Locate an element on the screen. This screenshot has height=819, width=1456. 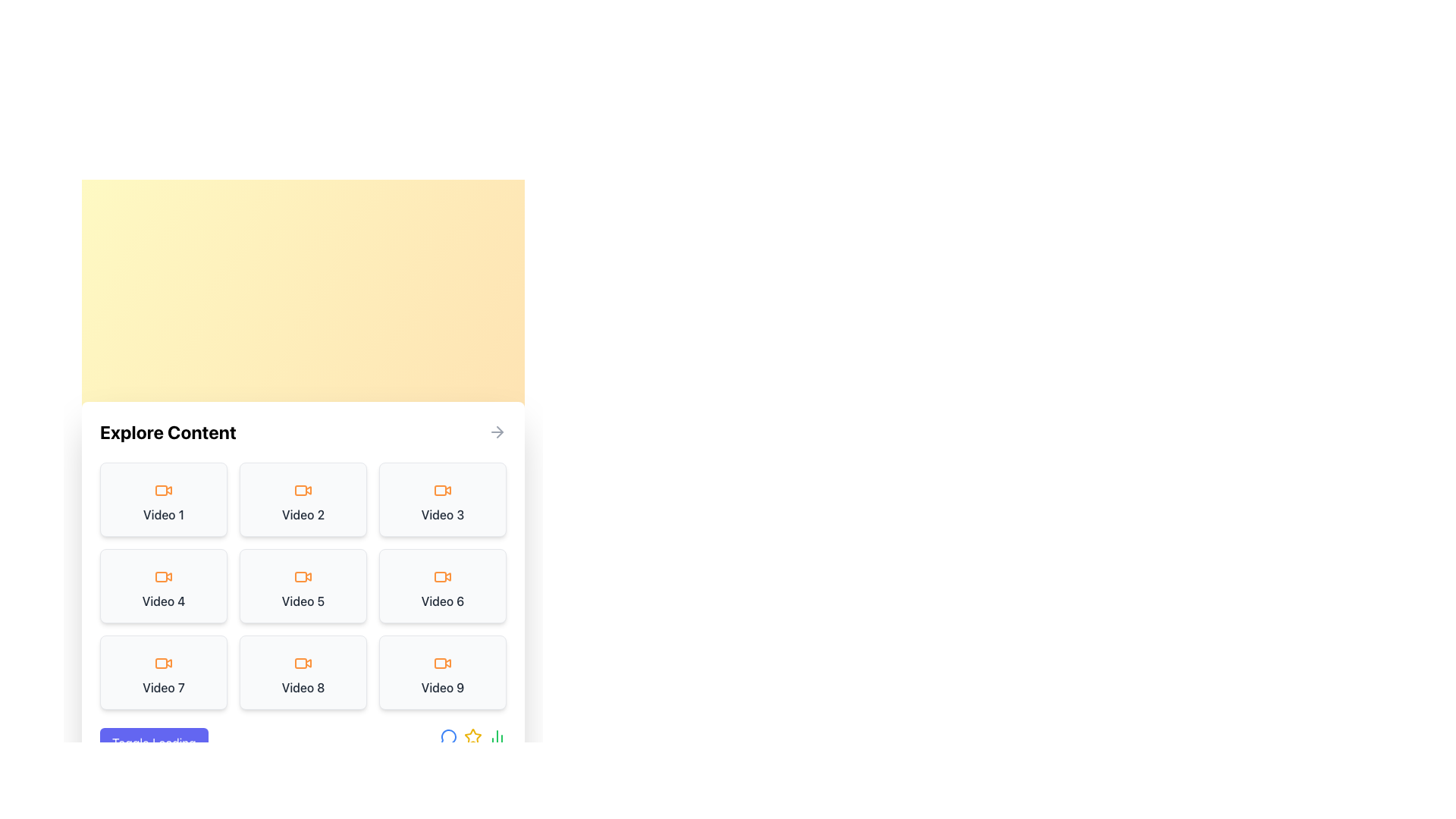
the video icon representing 'Video 1' located in the first card of the 'Explore Content' section is located at coordinates (164, 491).